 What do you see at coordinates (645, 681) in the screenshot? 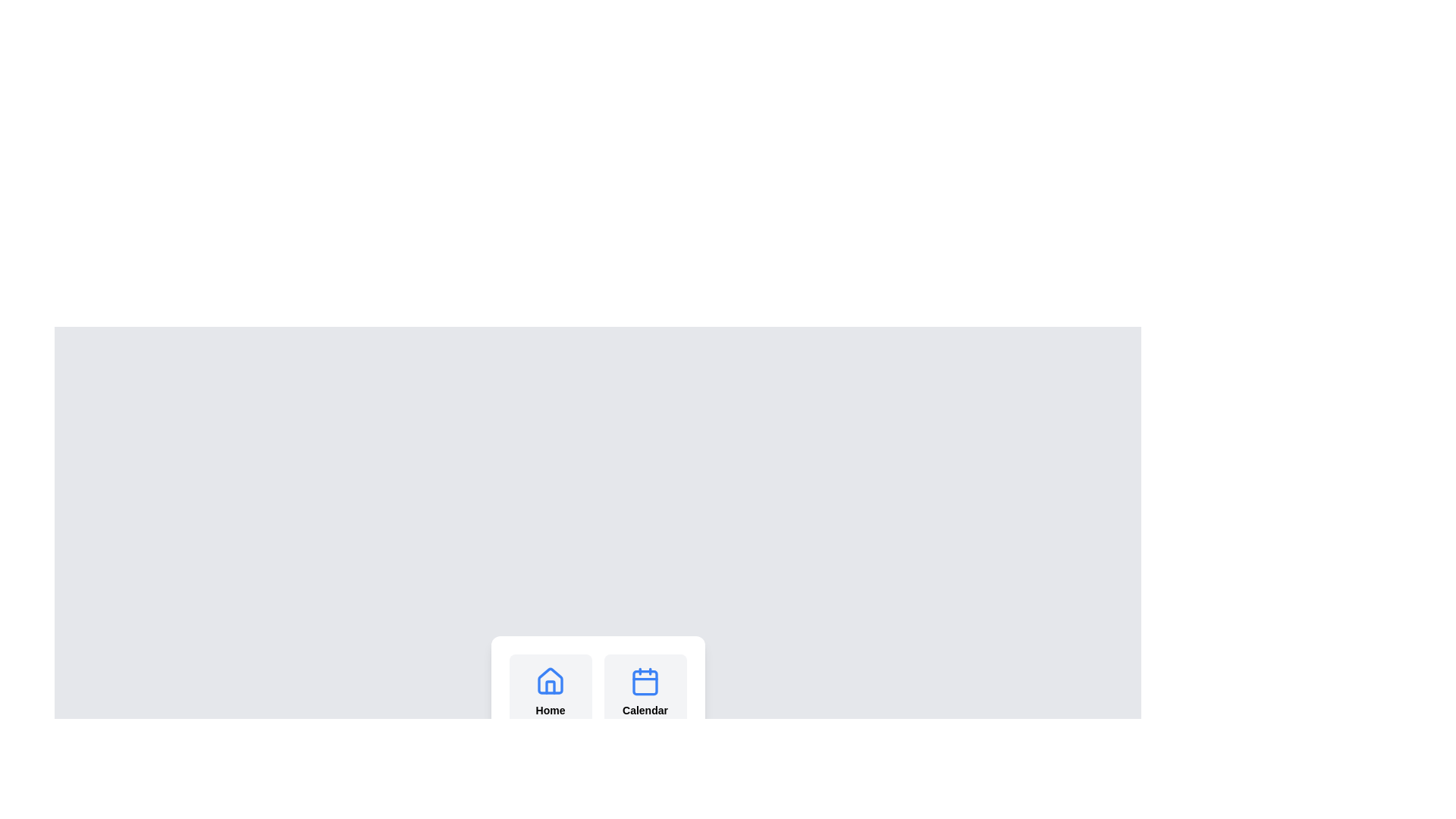
I see `the pale blue rectangle with rounded corners located inside the calendar icon on the right side of the navigation bar` at bounding box center [645, 681].